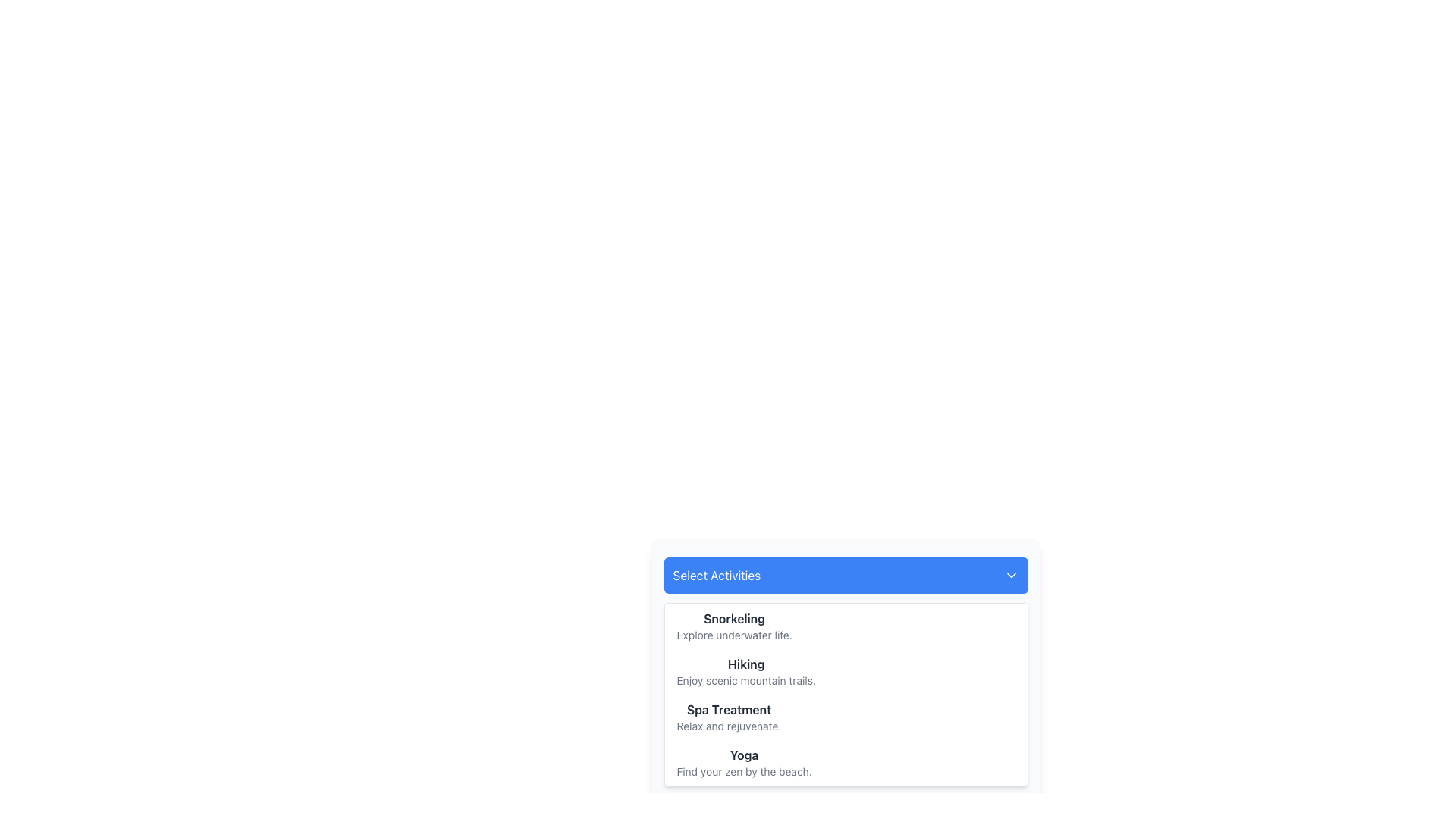 Image resolution: width=1456 pixels, height=819 pixels. Describe the element at coordinates (1011, 576) in the screenshot. I see `the icon button located at the far right of the blue bar labeled 'Select Activities'` at that location.